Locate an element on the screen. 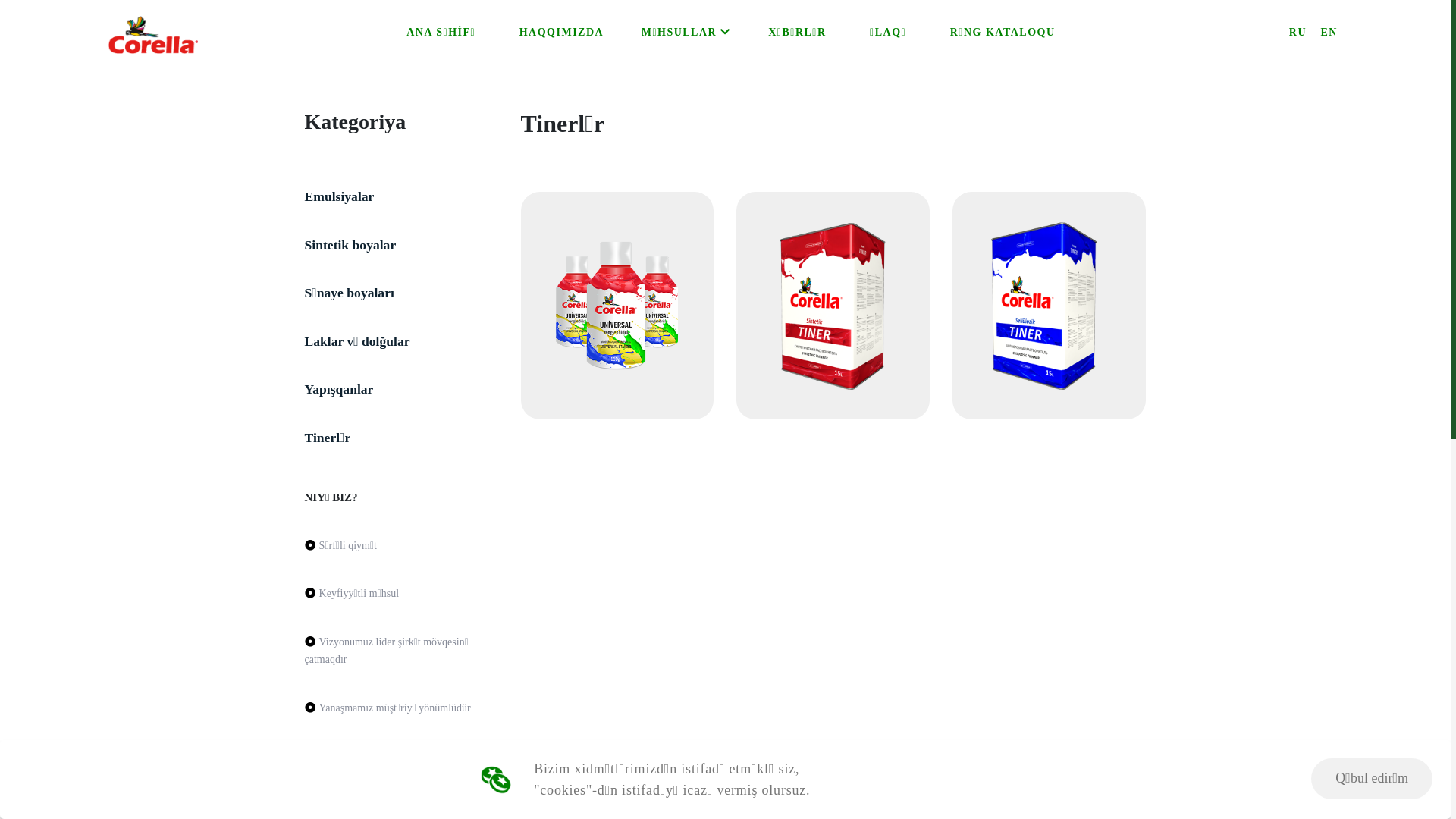 The height and width of the screenshot is (819, 1456). 'HAQQIMIZDA' is located at coordinates (513, 33).